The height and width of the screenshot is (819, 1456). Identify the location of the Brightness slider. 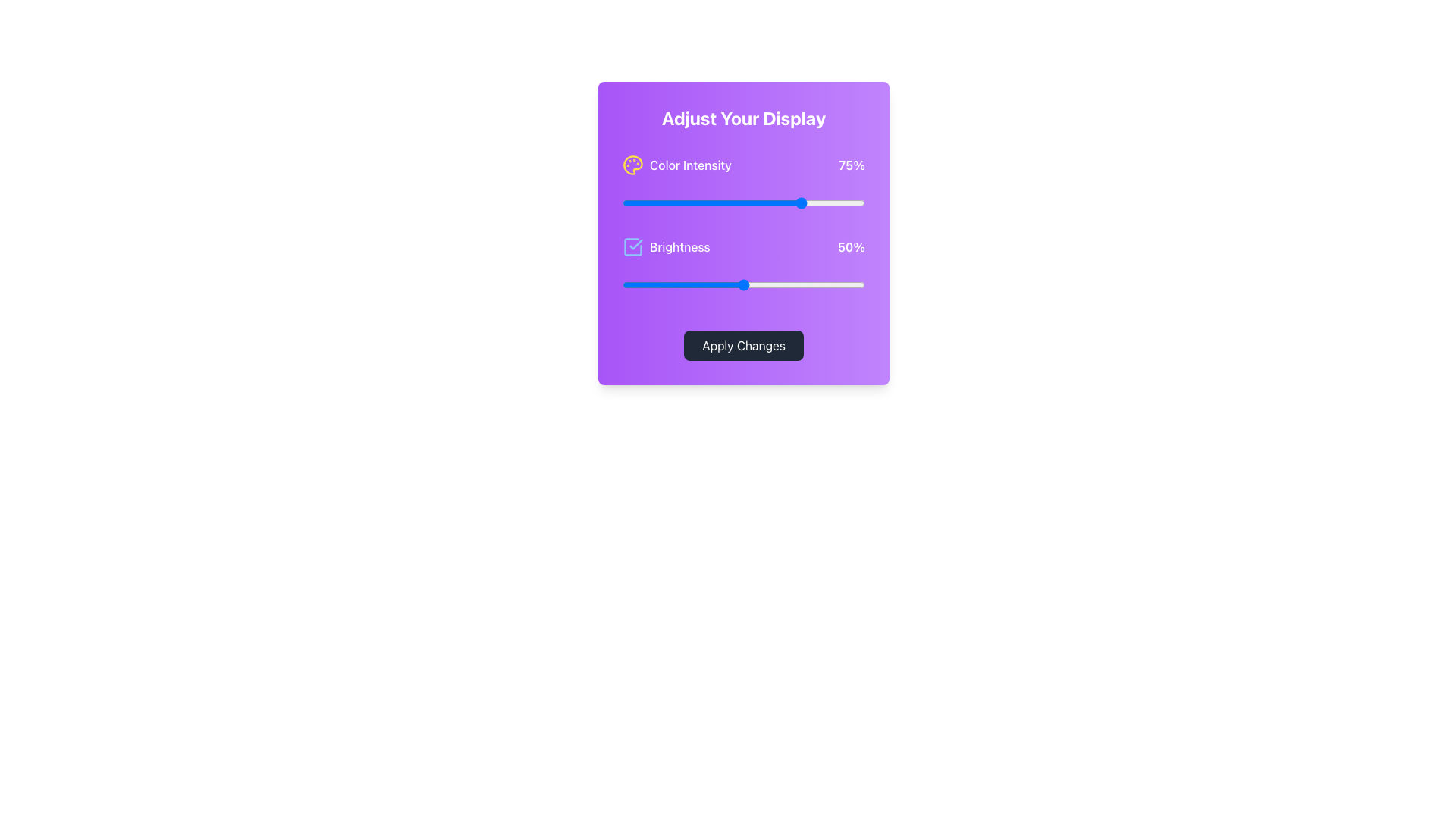
(687, 284).